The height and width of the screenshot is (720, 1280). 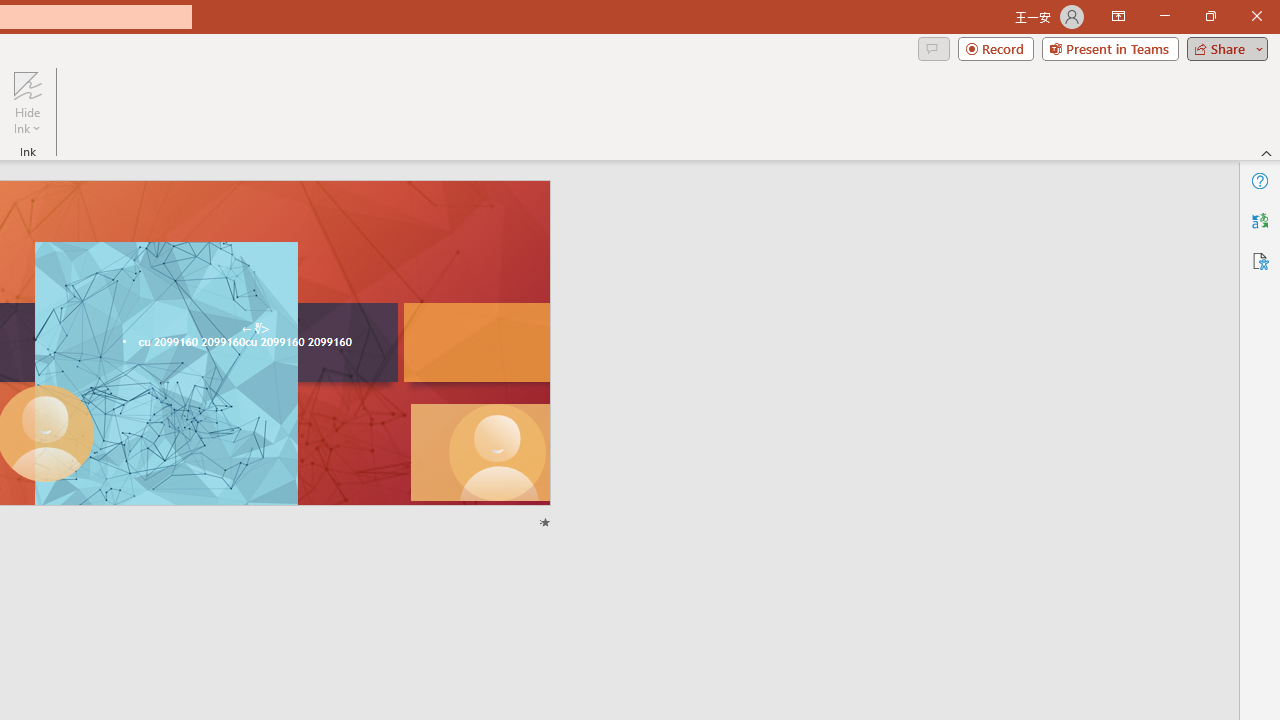 I want to click on 'More Options', so click(x=27, y=121).